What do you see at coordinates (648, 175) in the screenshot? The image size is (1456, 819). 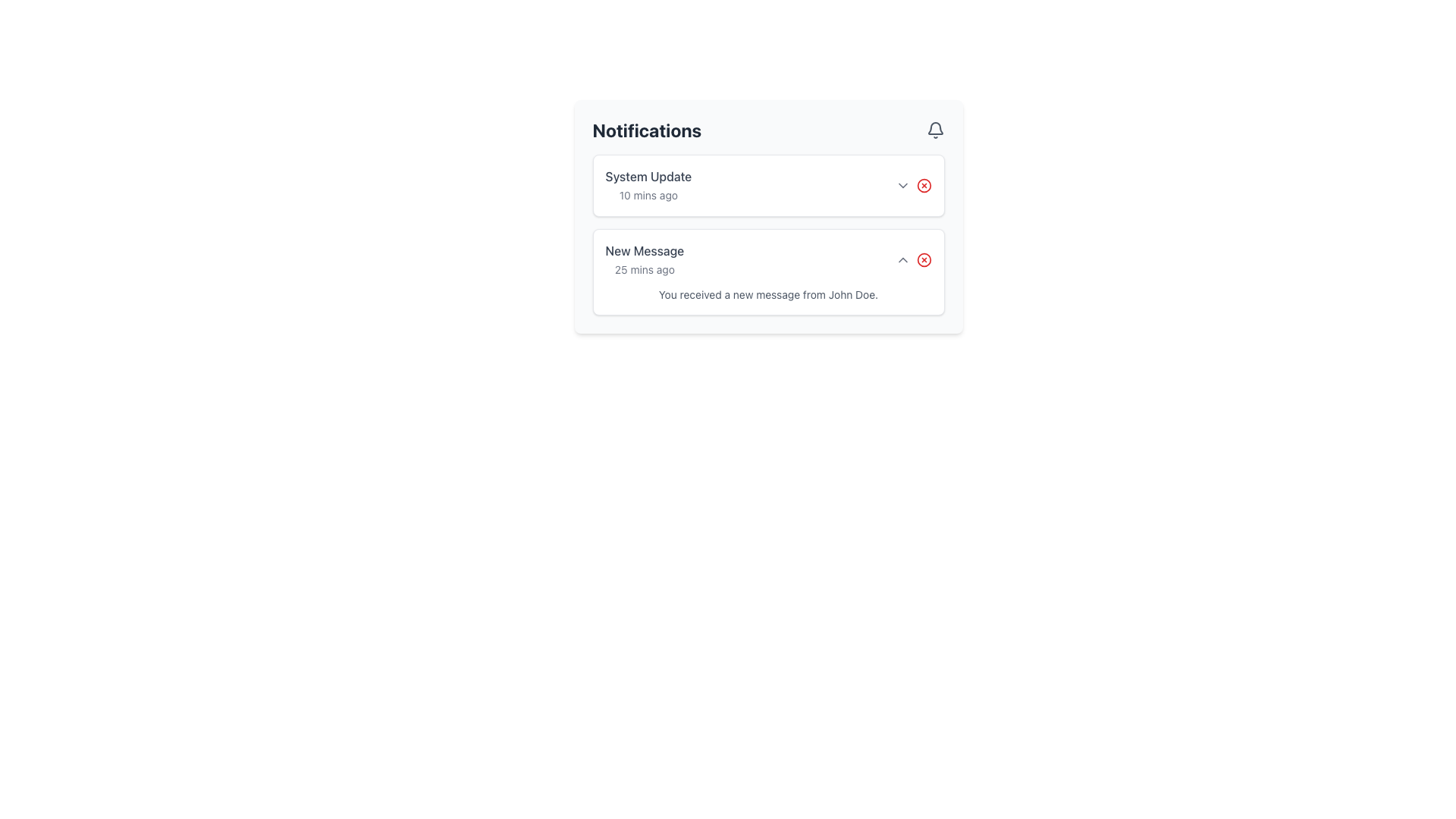 I see `the 'System Update' text label, which is prominently displayed at the top of a notification card interface` at bounding box center [648, 175].